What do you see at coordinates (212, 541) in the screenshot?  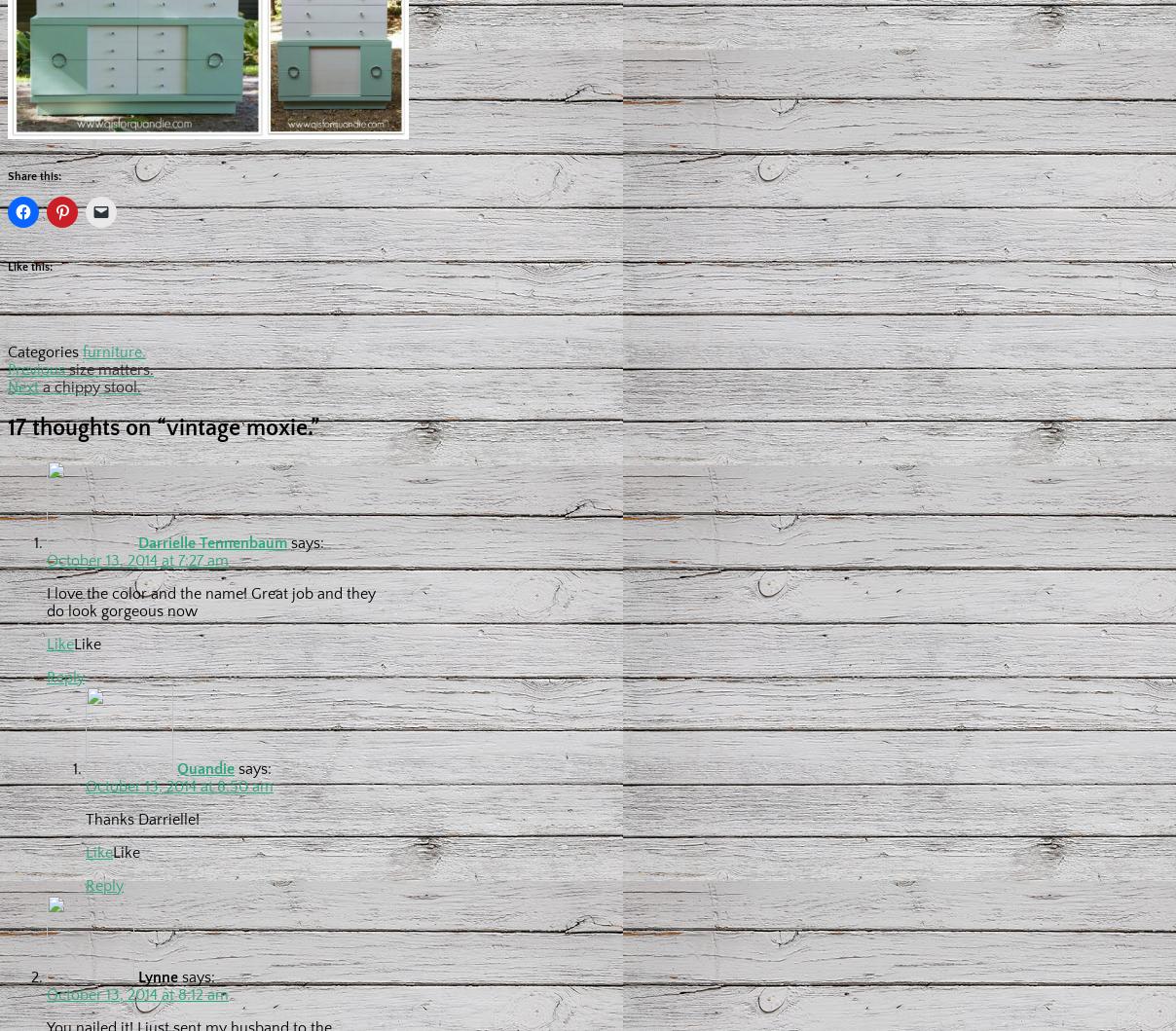 I see `'Darrielle Tennenbaum'` at bounding box center [212, 541].